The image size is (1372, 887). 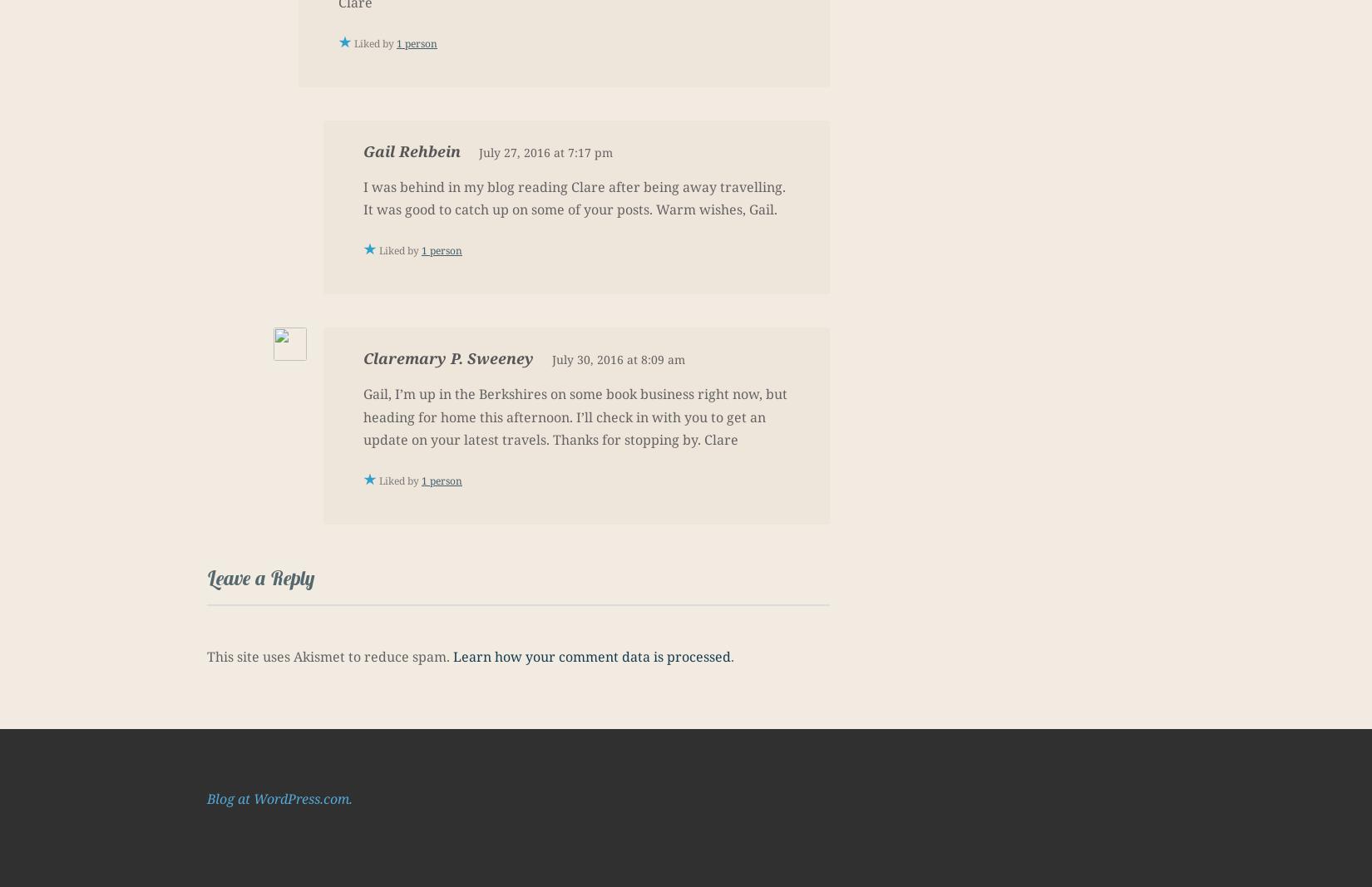 I want to click on '.', so click(x=730, y=656).